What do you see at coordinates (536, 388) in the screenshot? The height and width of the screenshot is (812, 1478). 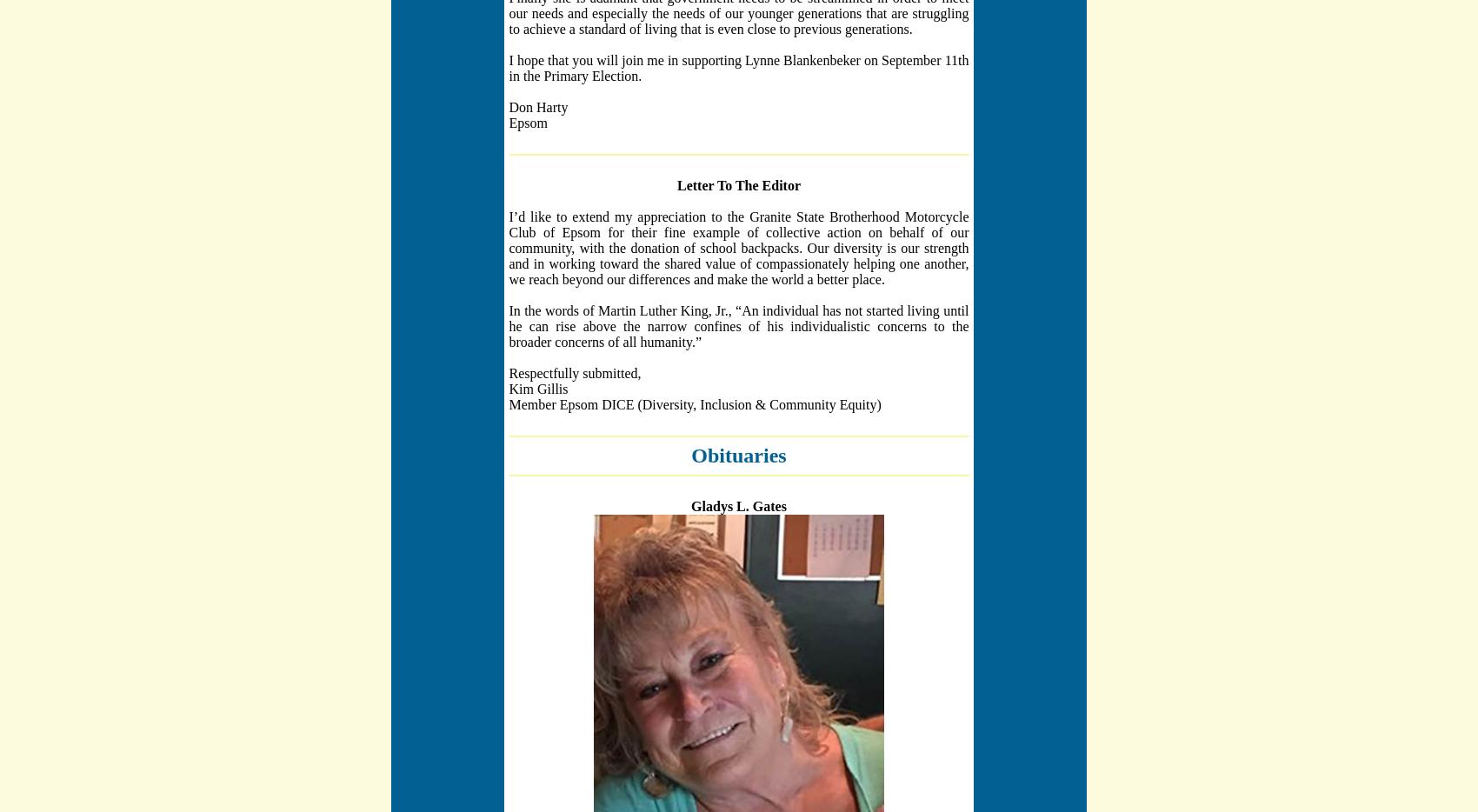 I see `'Kim Gillis'` at bounding box center [536, 388].